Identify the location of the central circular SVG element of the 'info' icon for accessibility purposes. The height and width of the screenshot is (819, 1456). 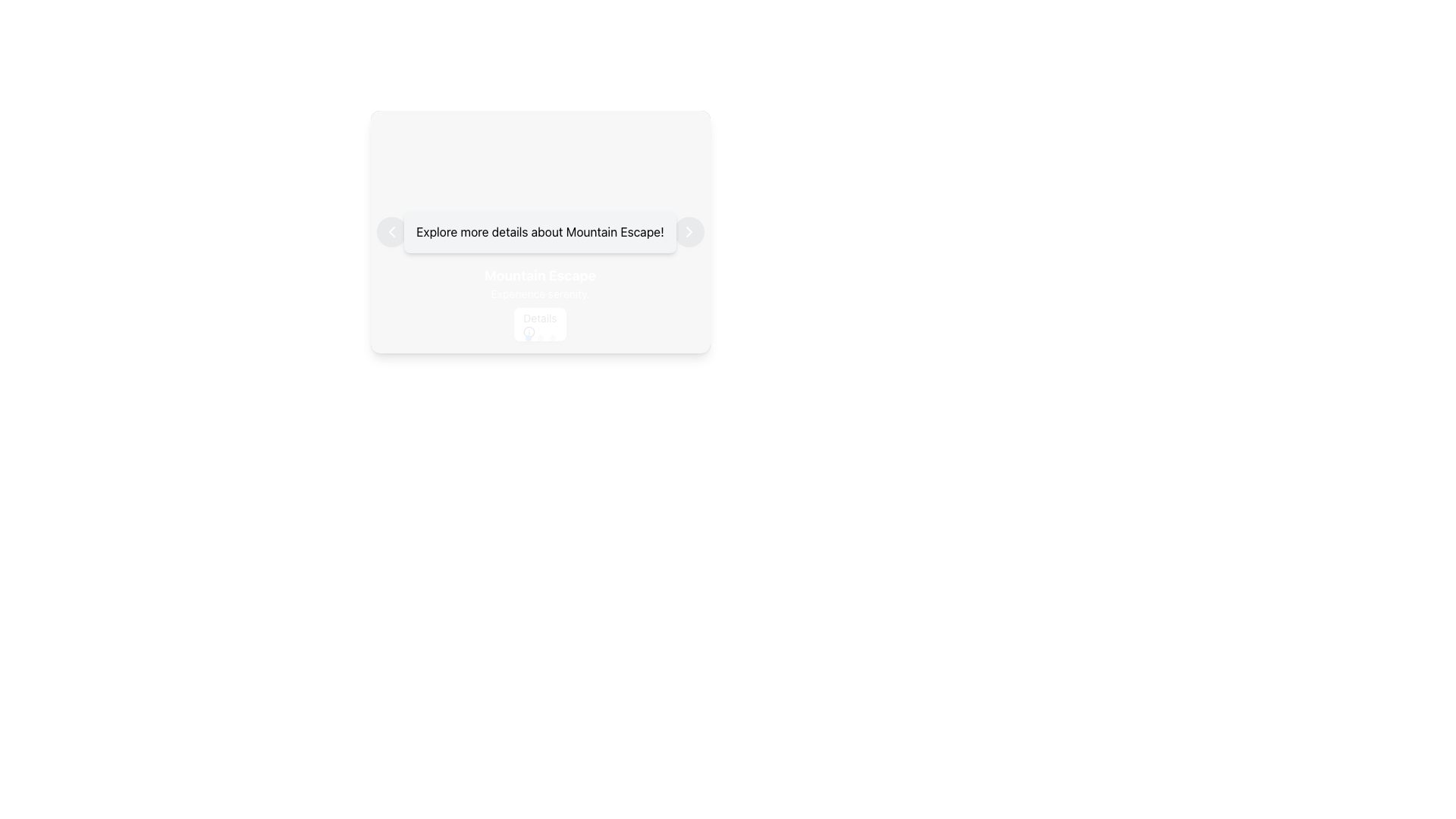
(529, 331).